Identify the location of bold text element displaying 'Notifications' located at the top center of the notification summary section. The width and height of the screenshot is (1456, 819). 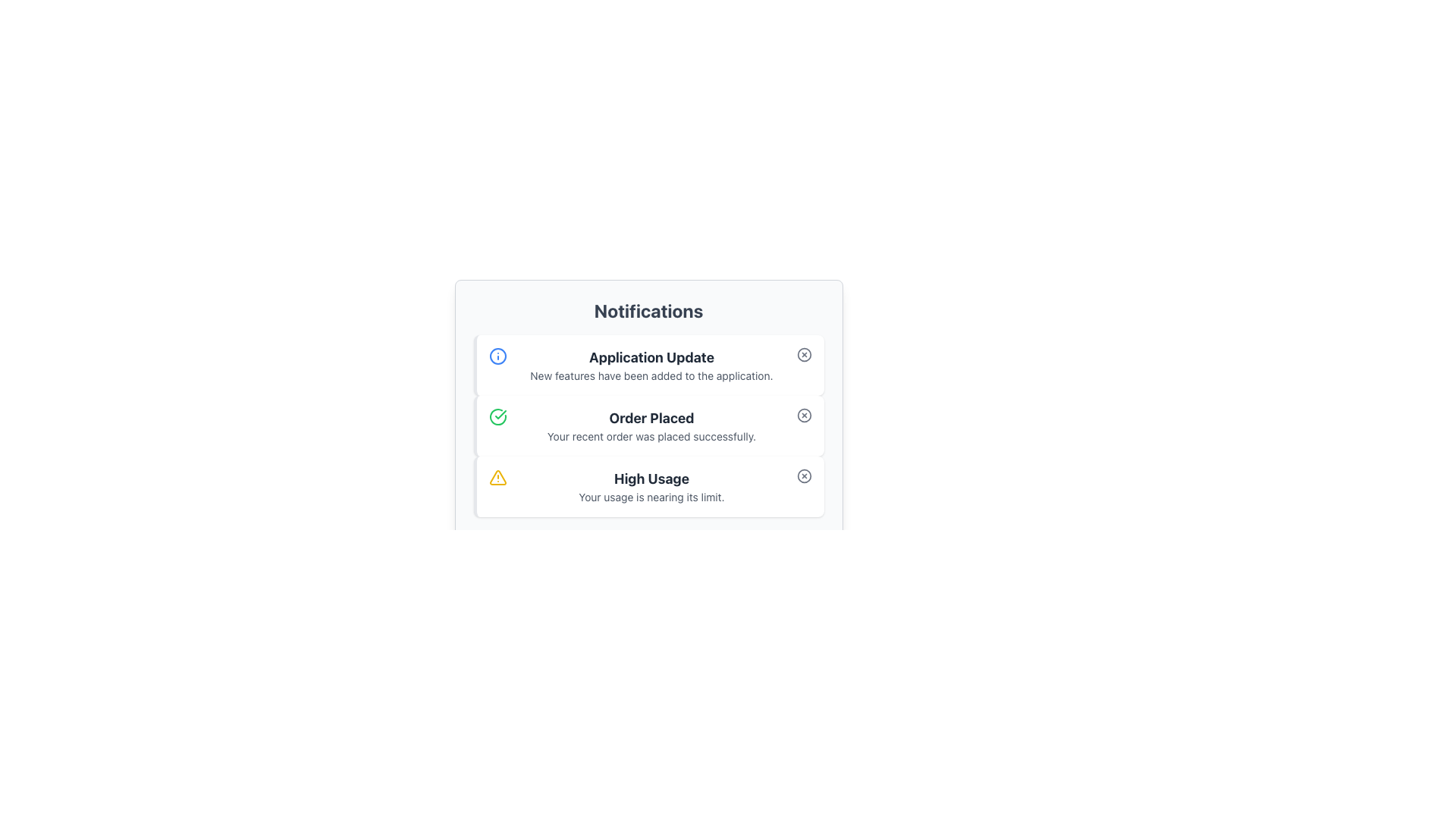
(648, 309).